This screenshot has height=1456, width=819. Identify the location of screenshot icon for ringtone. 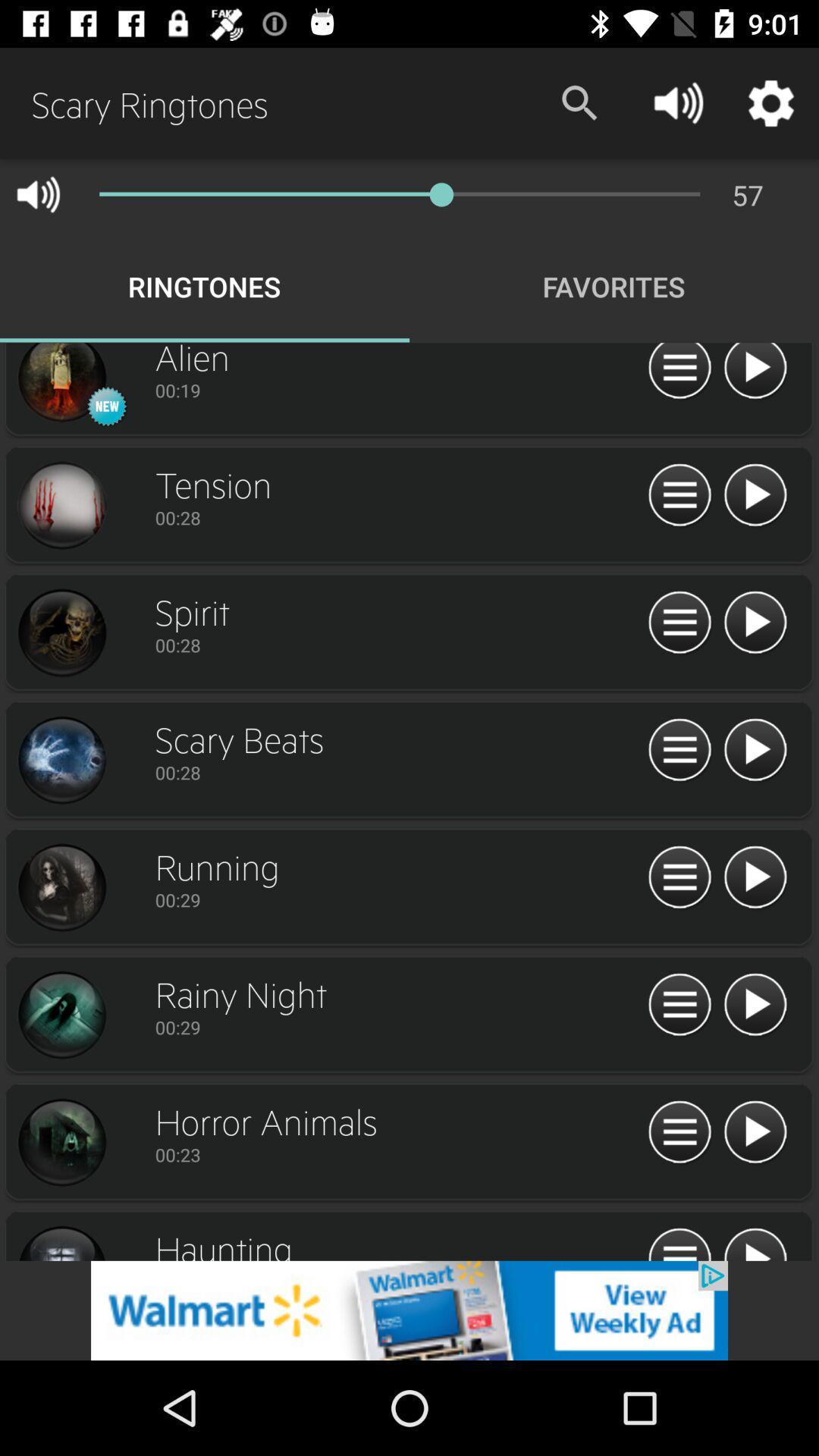
(61, 761).